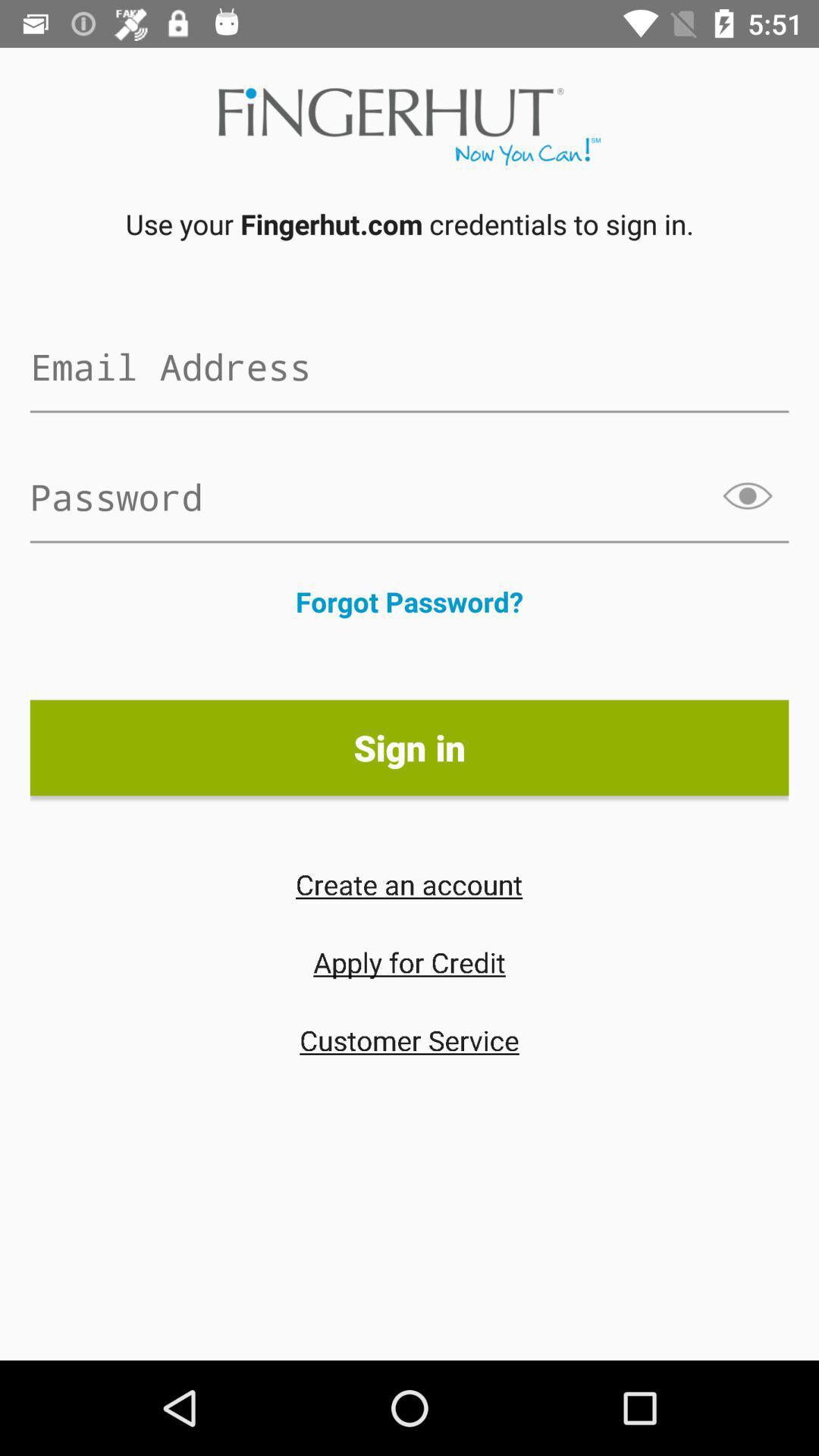  What do you see at coordinates (409, 961) in the screenshot?
I see `icon above customer service` at bounding box center [409, 961].